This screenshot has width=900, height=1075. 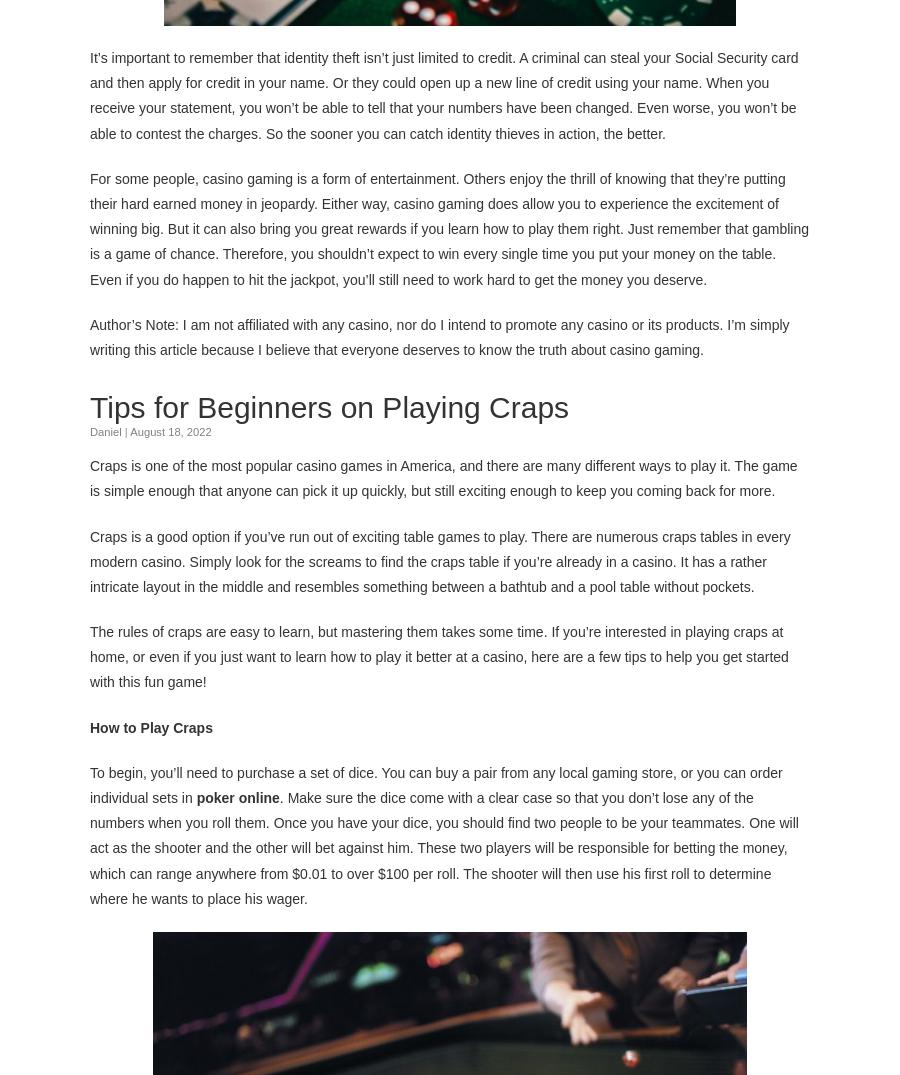 I want to click on 'The rules of craps are easy to learn, but mastering them takes some time. If you’re interested in playing craps at home, or even if you just want to learn how to play it better at a casino, here are a few tips to help you get started with this fun game!', so click(x=439, y=655).